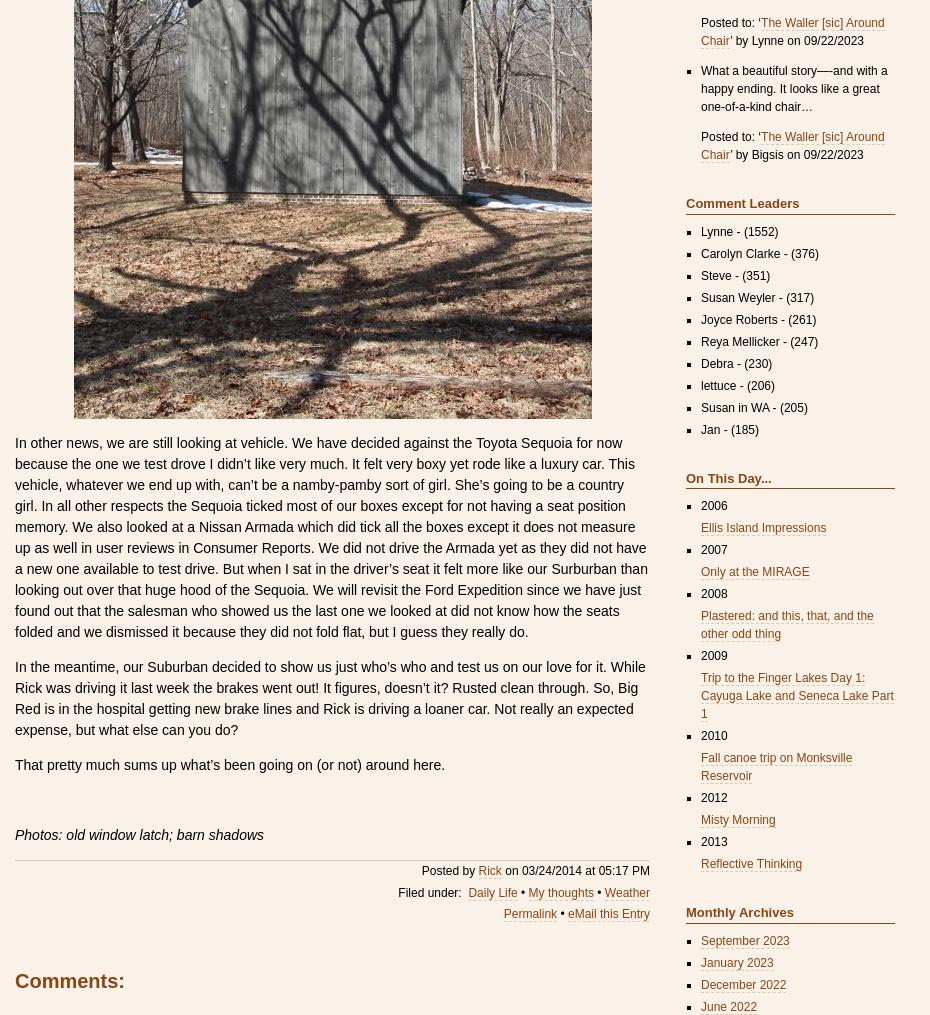 Image resolution: width=930 pixels, height=1015 pixels. Describe the element at coordinates (759, 253) in the screenshot. I see `'Carolyn Clarke - (376)'` at that location.